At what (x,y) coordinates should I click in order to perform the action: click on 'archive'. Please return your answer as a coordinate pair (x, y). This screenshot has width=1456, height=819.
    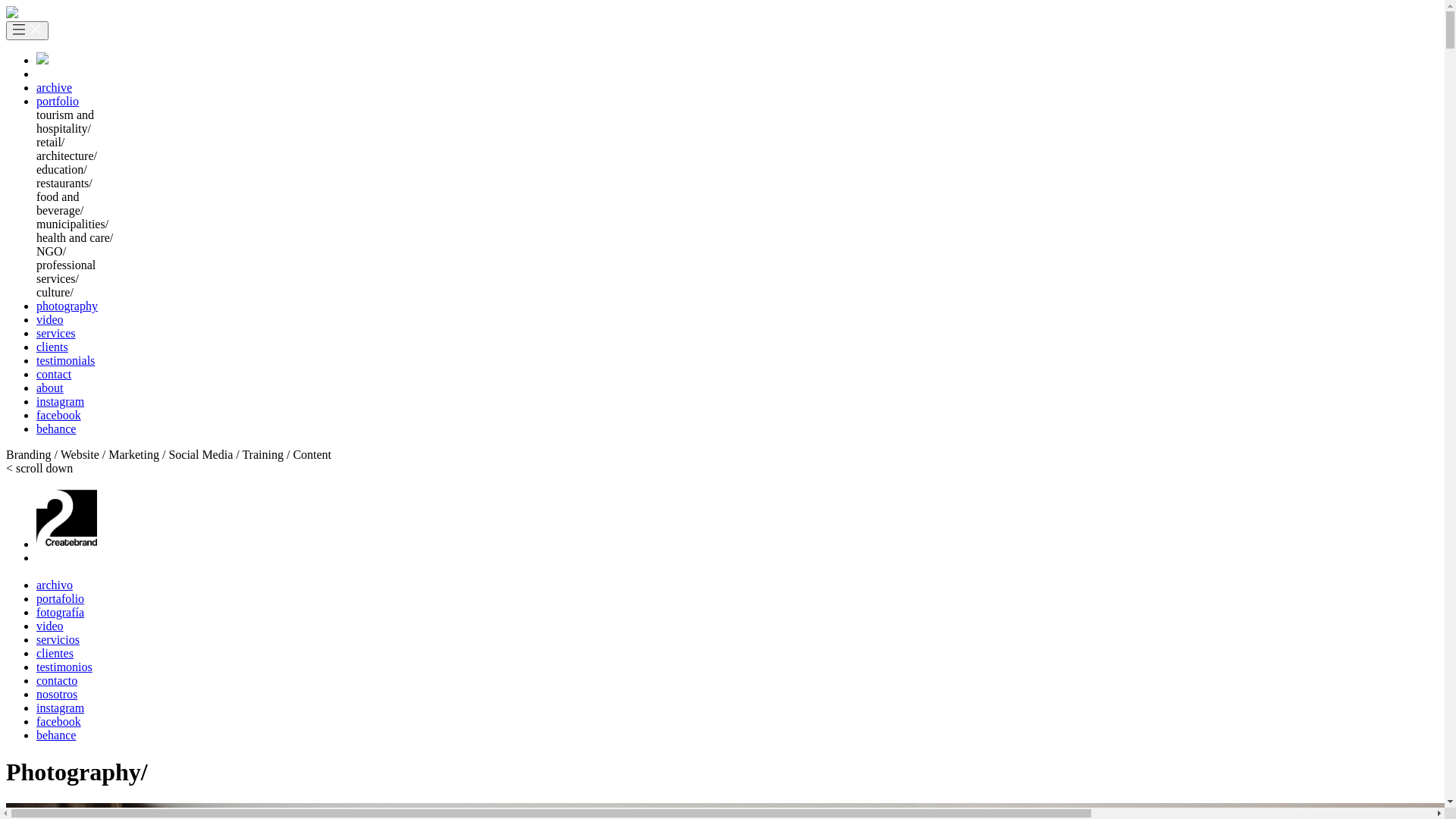
    Looking at the image, I should click on (54, 87).